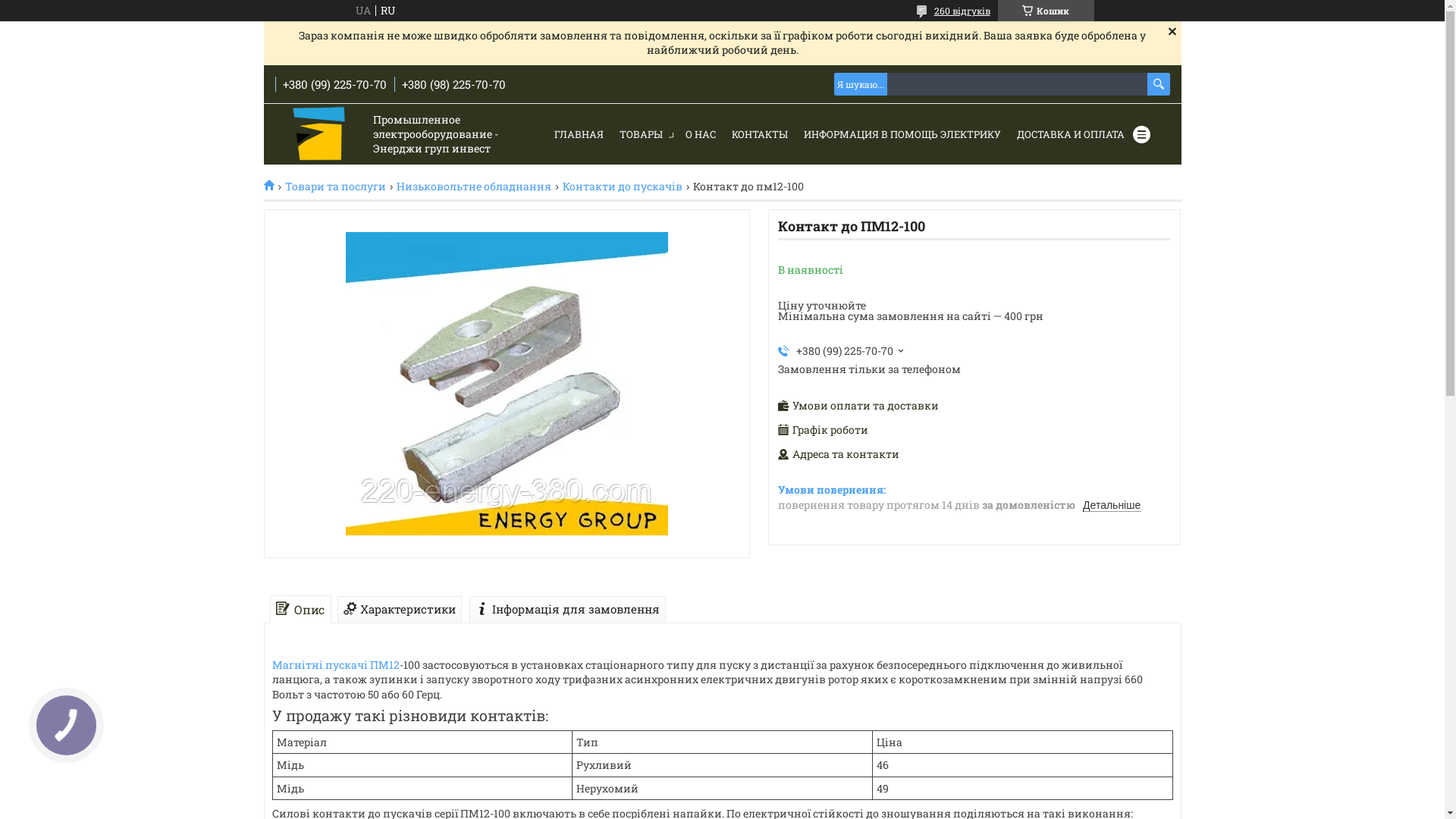  I want to click on 'RU', so click(386, 11).